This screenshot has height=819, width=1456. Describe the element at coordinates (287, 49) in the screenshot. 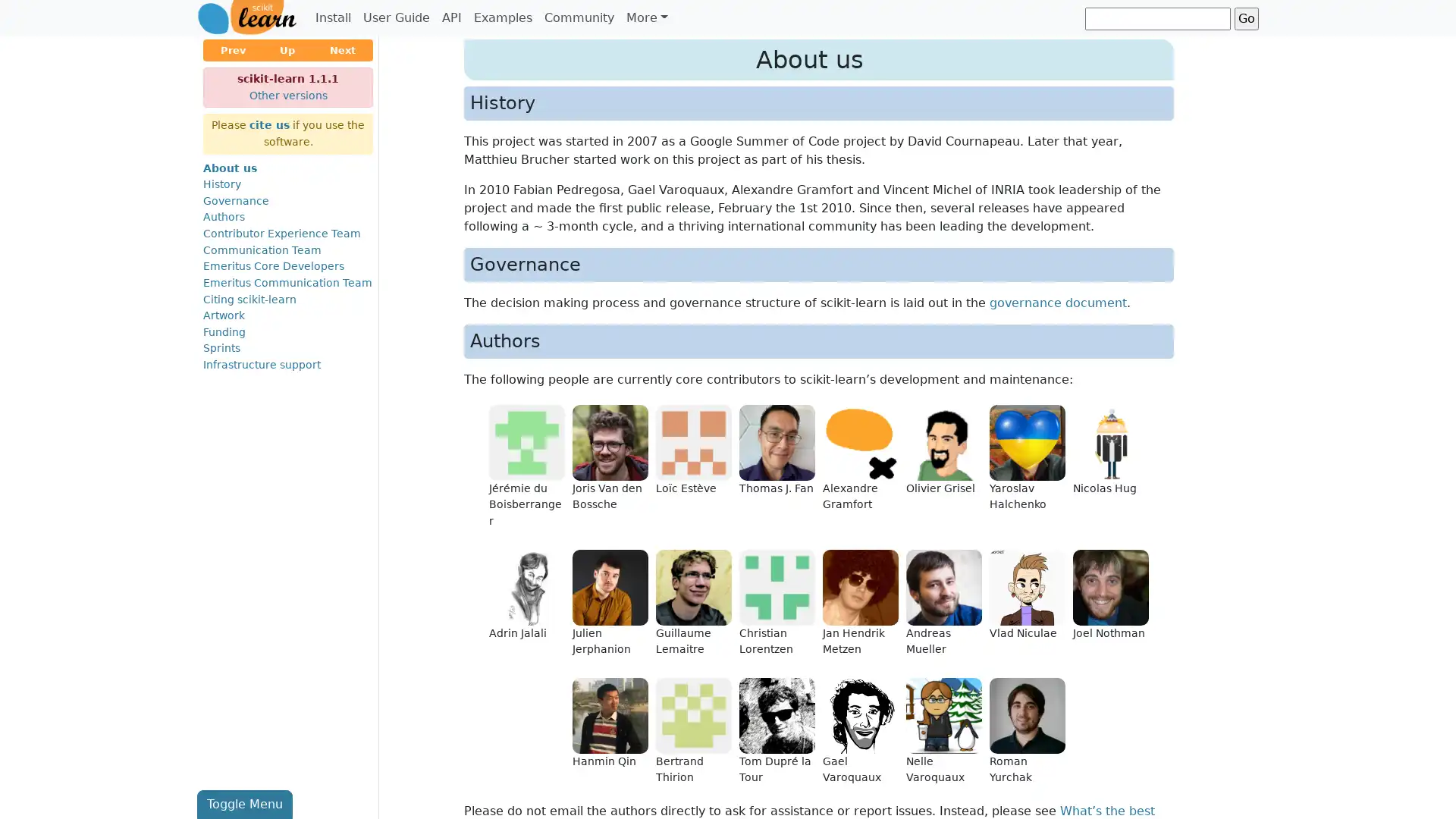

I see `Up` at that location.